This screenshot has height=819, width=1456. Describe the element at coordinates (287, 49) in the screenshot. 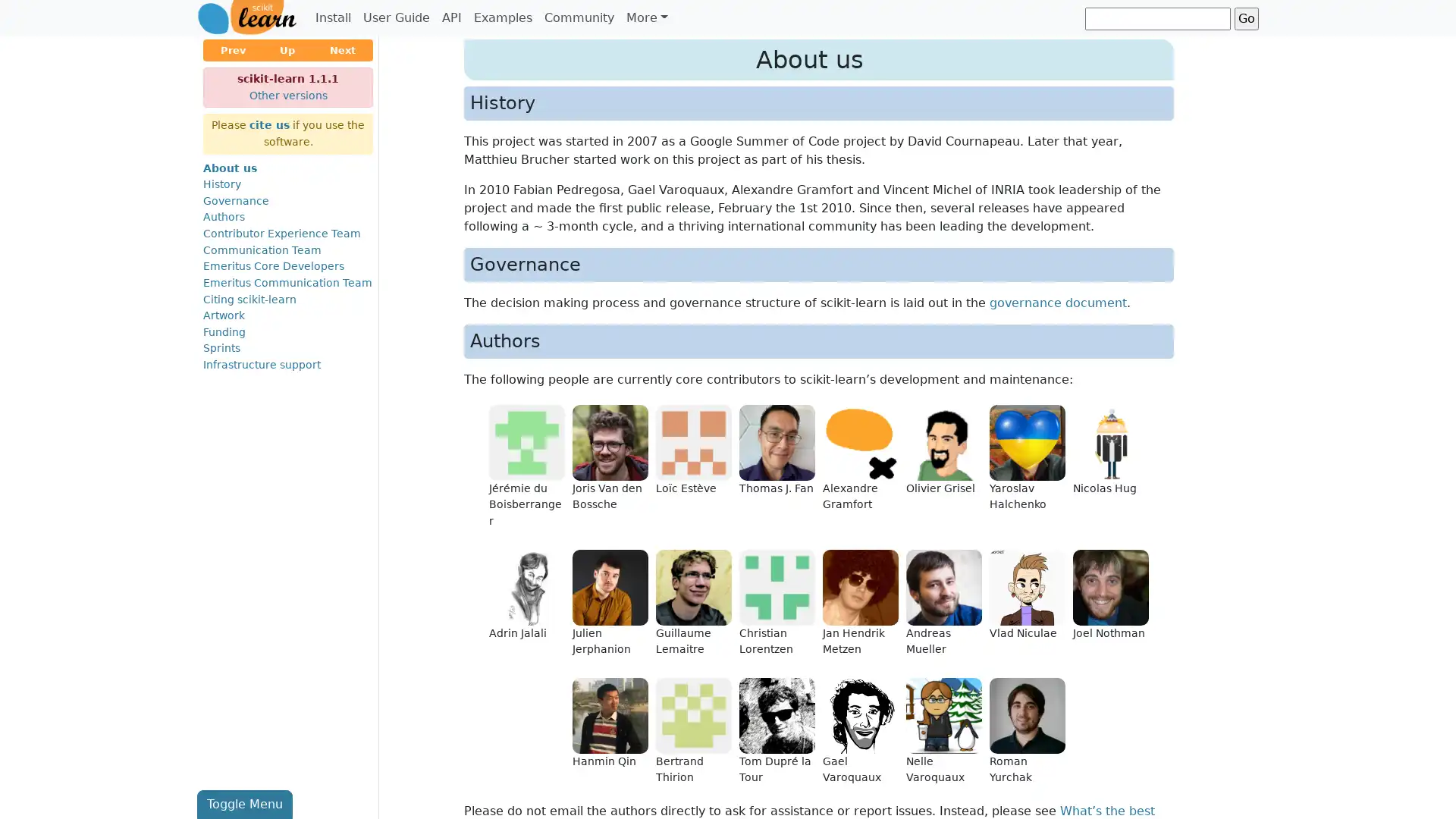

I see `Up` at that location.